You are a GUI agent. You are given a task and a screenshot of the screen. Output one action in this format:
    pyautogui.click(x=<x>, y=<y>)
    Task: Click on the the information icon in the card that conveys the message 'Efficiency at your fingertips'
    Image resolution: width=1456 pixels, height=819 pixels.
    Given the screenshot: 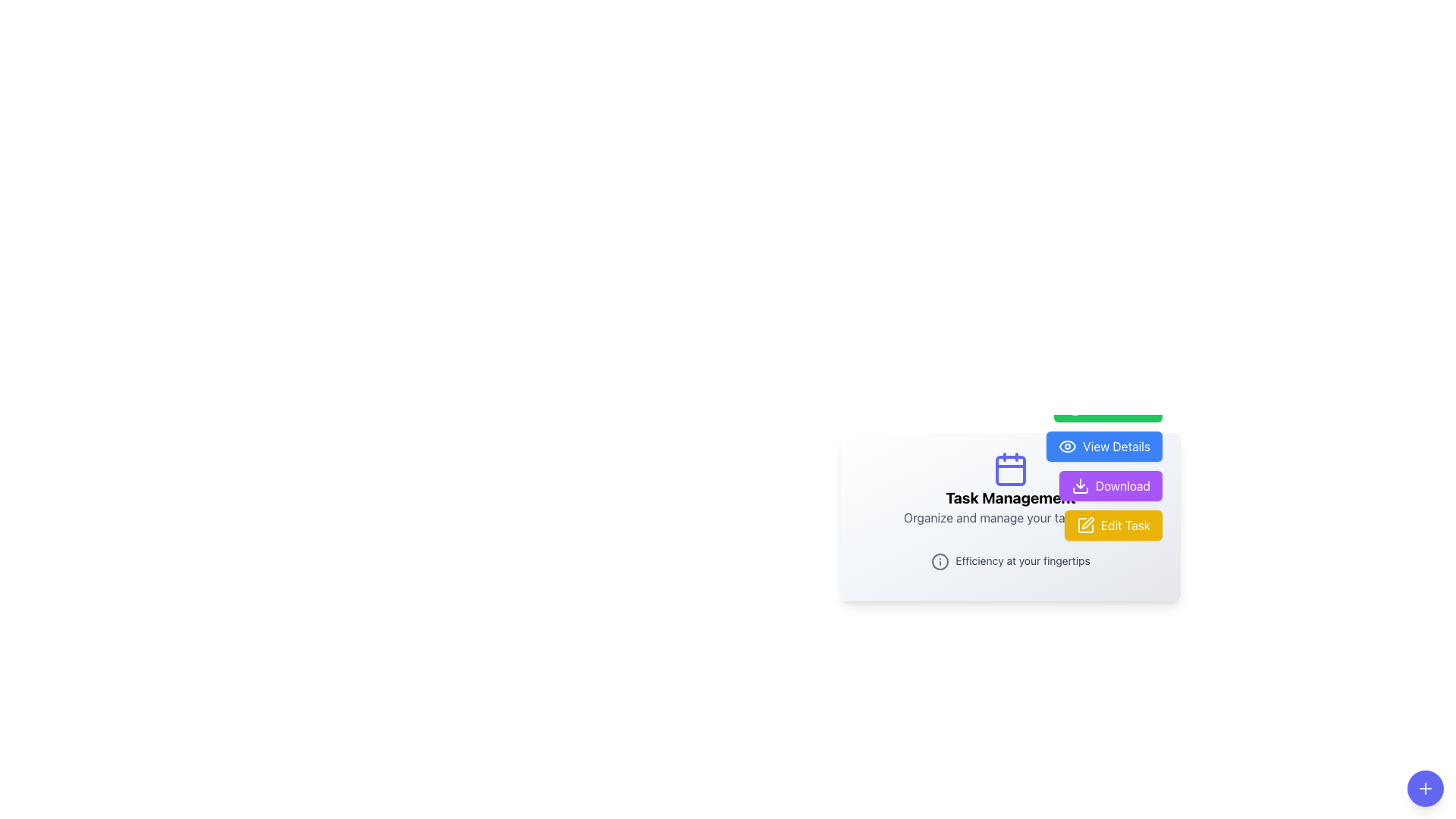 What is the action you would take?
    pyautogui.click(x=1011, y=560)
    